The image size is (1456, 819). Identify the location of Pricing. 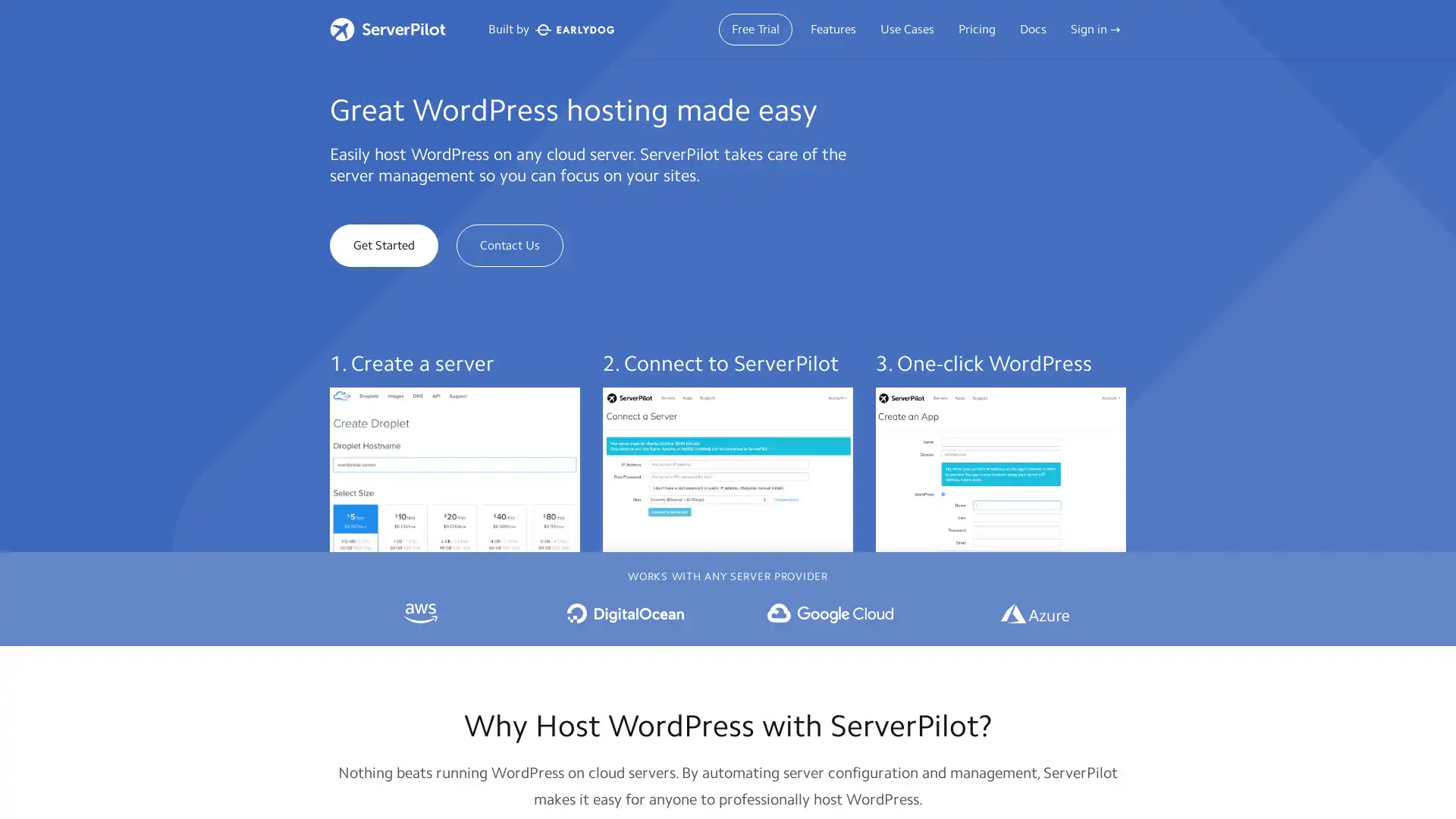
(977, 29).